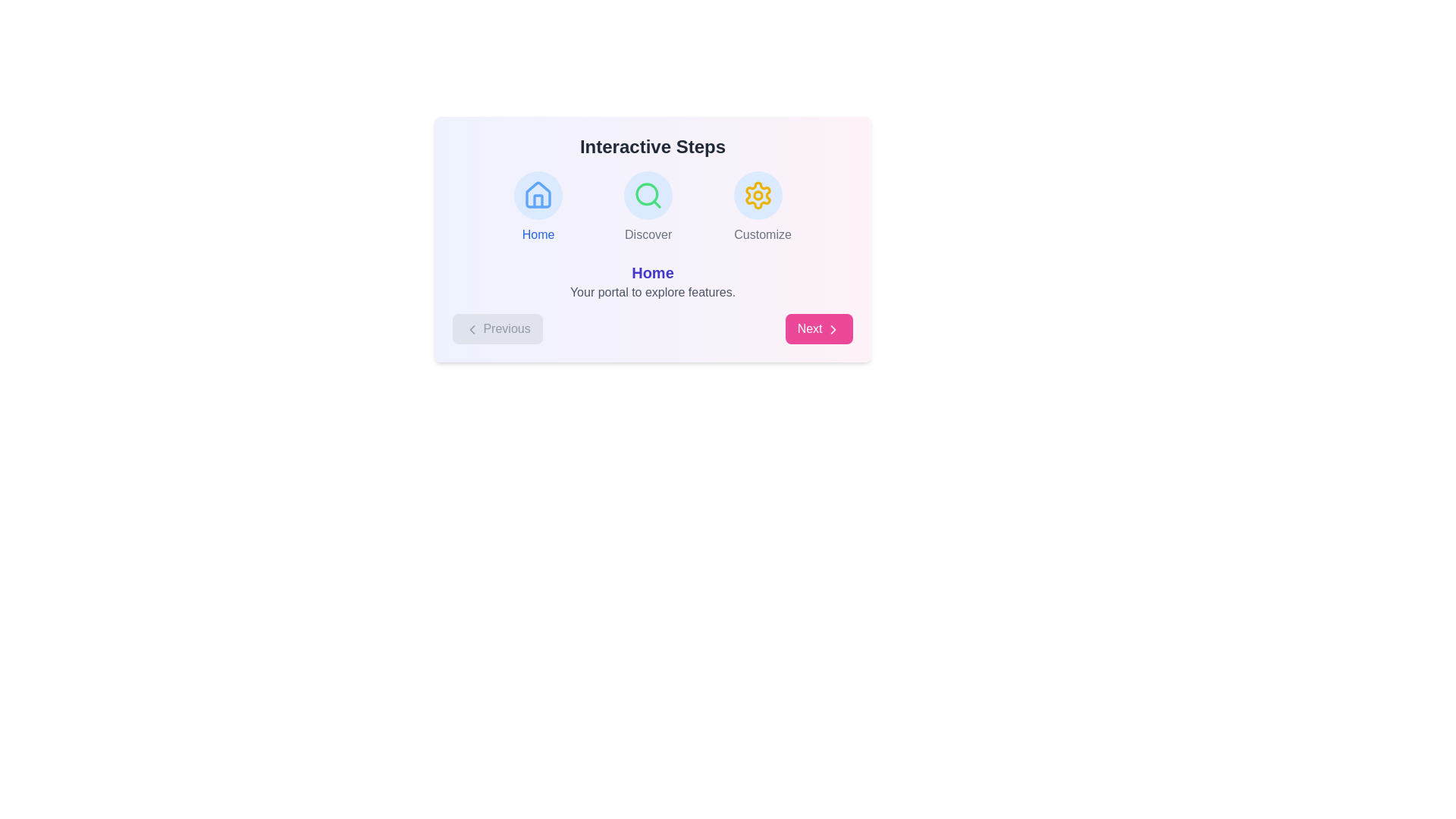 This screenshot has width=1456, height=819. Describe the element at coordinates (648, 207) in the screenshot. I see `label of the Informative Icon with Label, which consists of a magnifying glass icon and the text 'Discover' in gray color, located below 'Interactive Steps'` at that location.